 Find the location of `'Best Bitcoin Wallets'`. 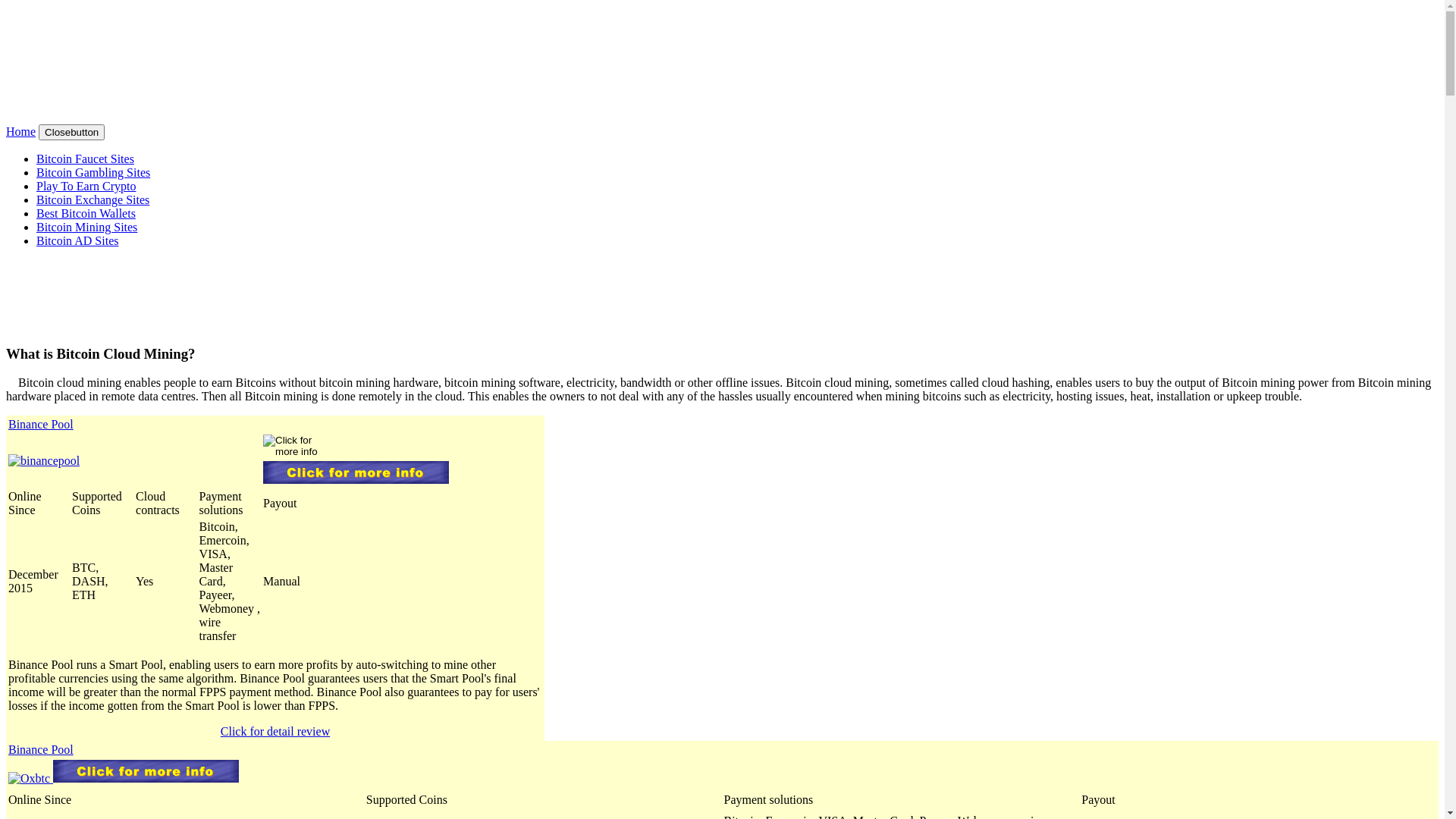

'Best Bitcoin Wallets' is located at coordinates (85, 213).